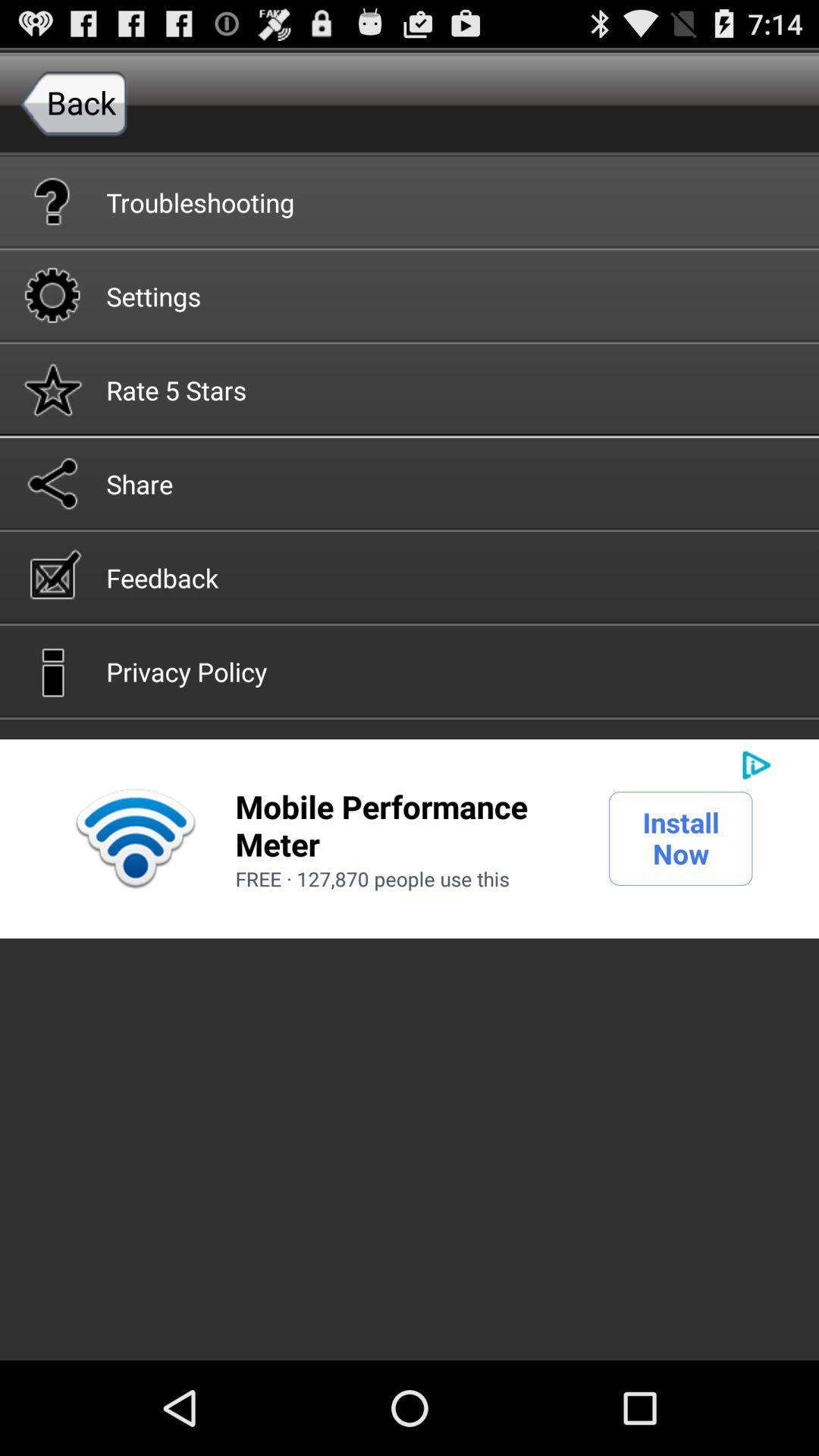 The width and height of the screenshot is (819, 1456). Describe the element at coordinates (134, 838) in the screenshot. I see `the icon on the left` at that location.